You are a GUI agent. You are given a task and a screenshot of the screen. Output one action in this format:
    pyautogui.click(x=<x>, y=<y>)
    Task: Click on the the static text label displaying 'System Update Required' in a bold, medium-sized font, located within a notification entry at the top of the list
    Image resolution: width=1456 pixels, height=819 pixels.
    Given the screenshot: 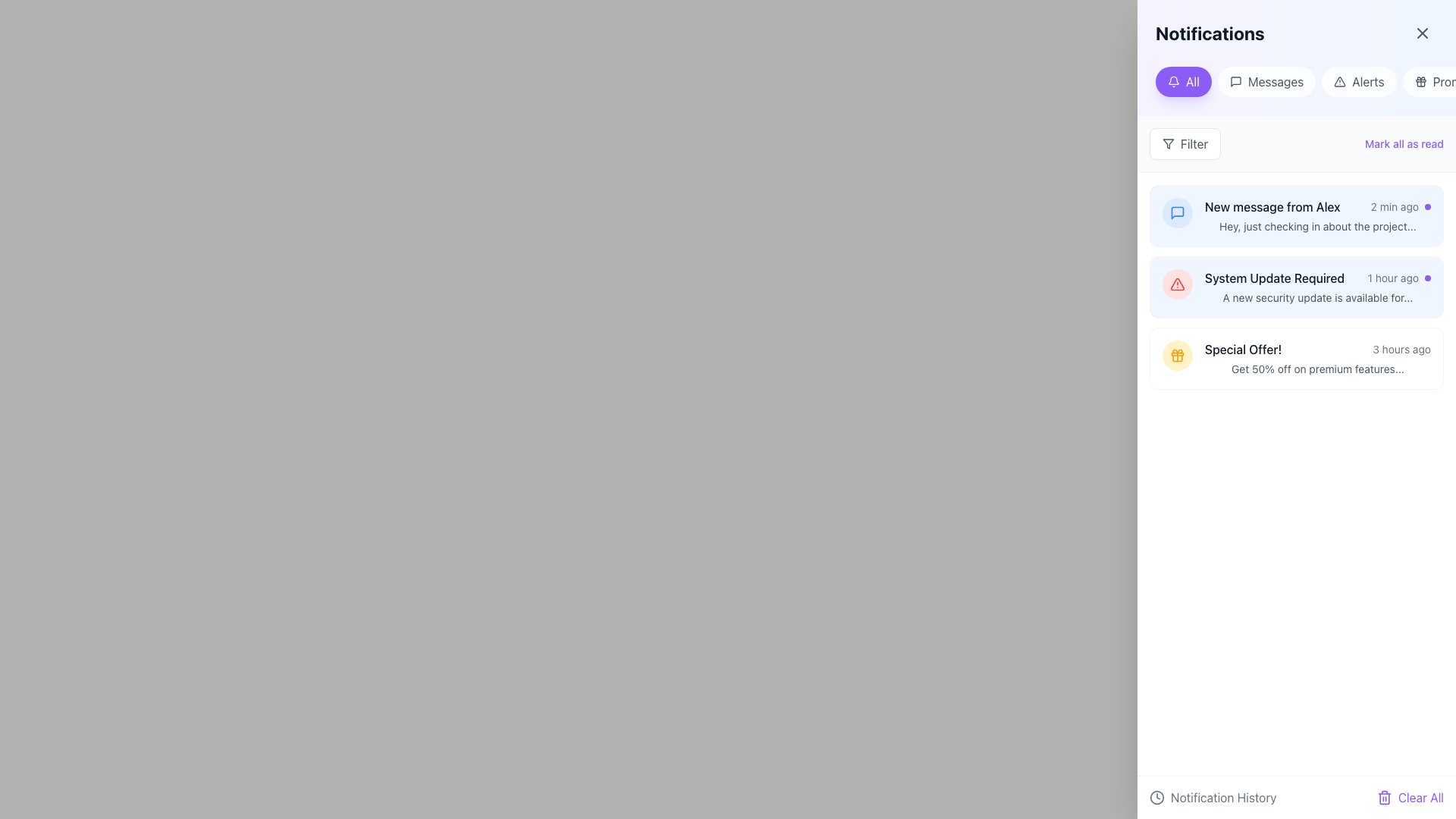 What is the action you would take?
    pyautogui.click(x=1274, y=278)
    